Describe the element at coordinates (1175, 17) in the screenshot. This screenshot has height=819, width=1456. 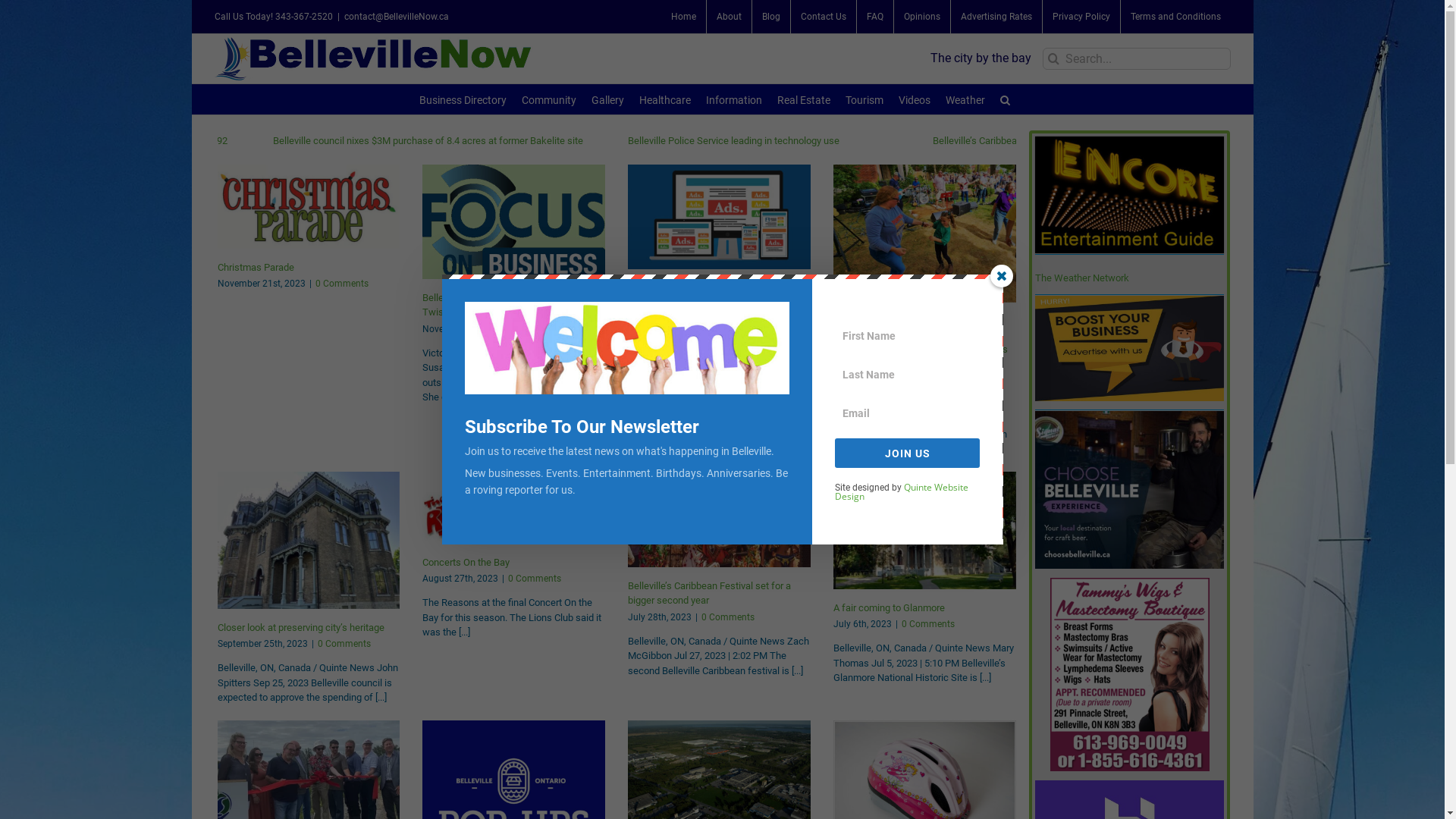
I see `'Terms and Conditions'` at that location.